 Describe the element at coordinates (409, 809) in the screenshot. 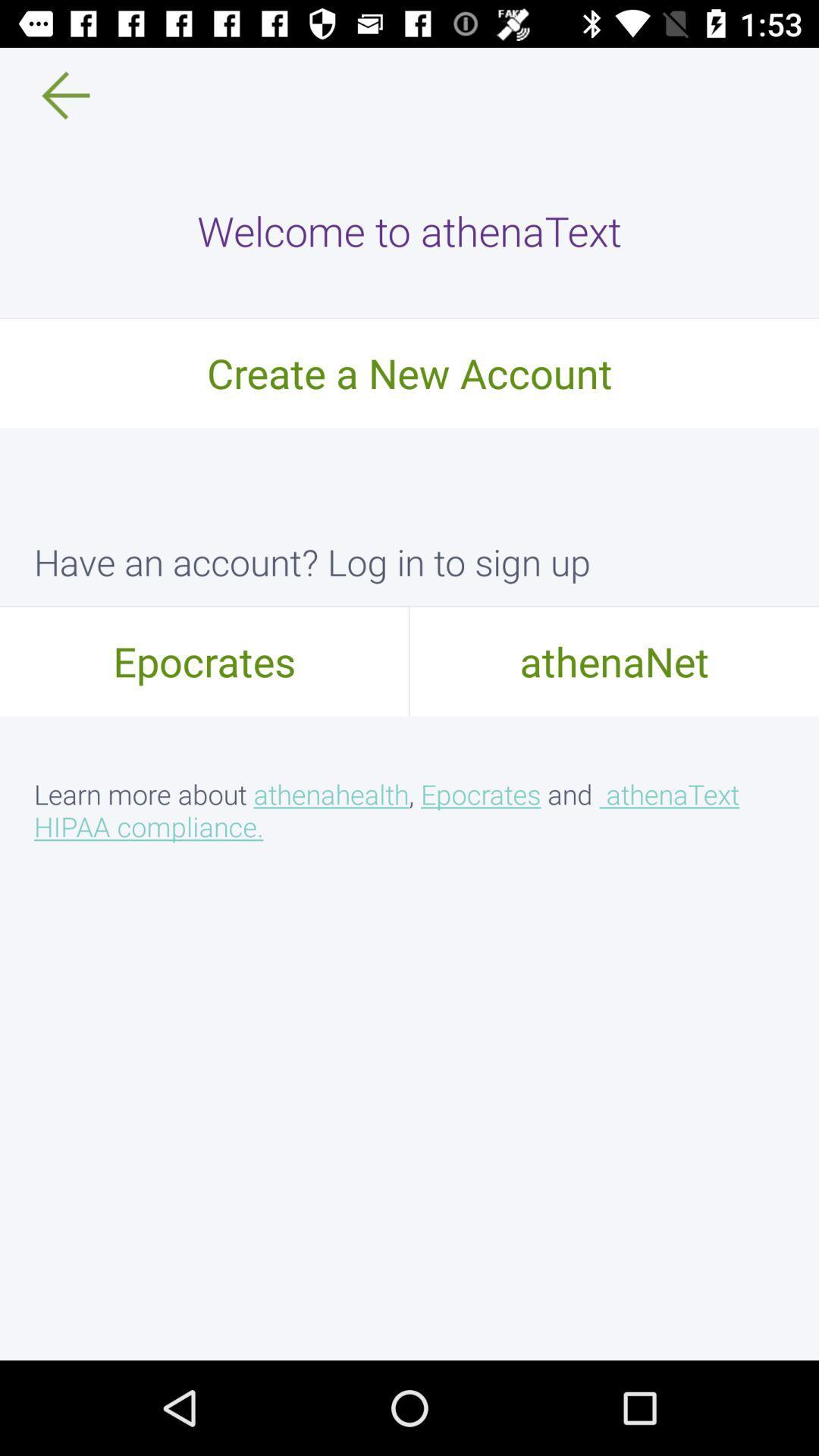

I see `the learn more about` at that location.